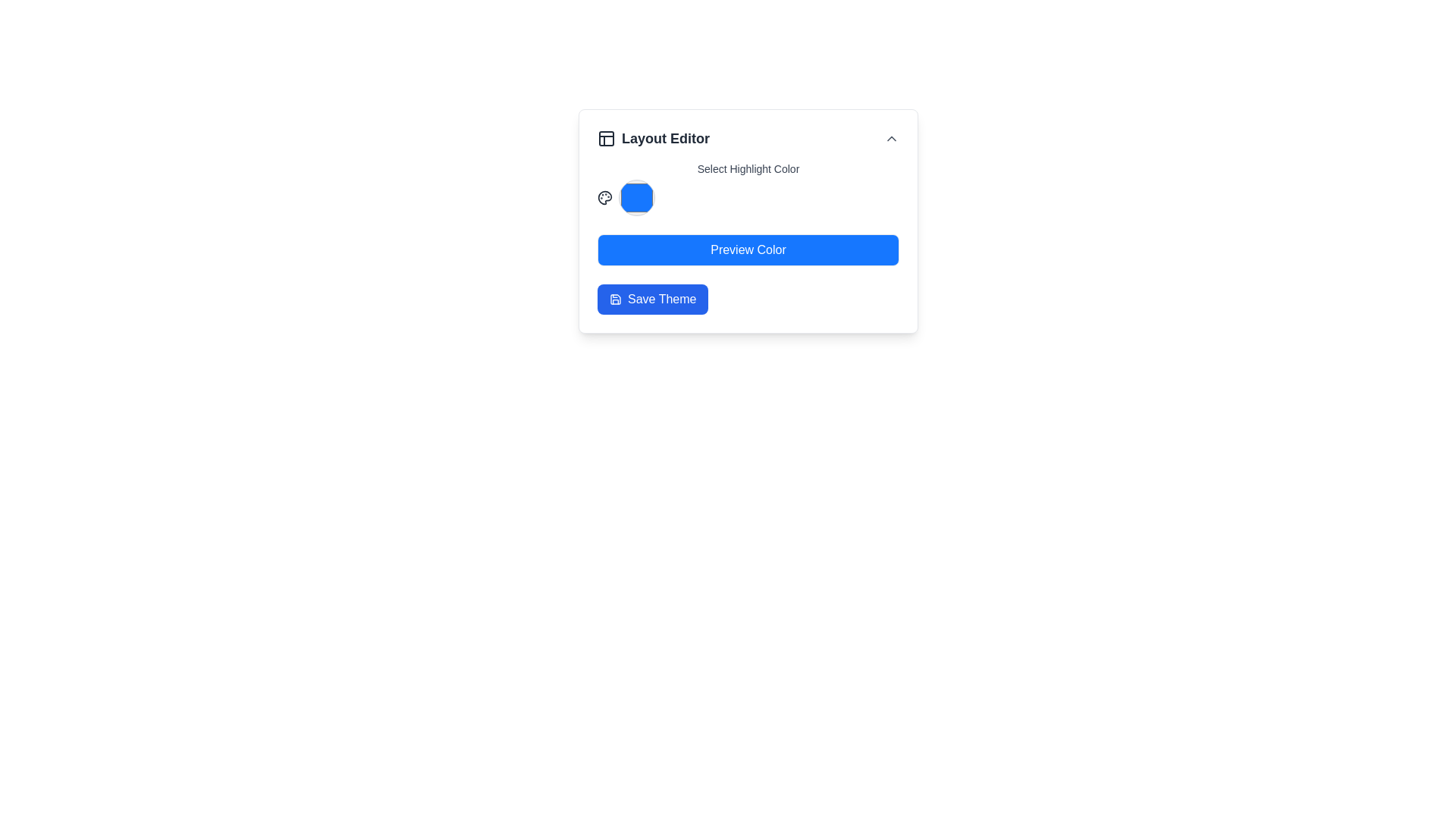  Describe the element at coordinates (607, 138) in the screenshot. I see `the graphical icon representing layout-related content located to the left of the 'Layout Editor' text in the header of the card-like interface` at that location.